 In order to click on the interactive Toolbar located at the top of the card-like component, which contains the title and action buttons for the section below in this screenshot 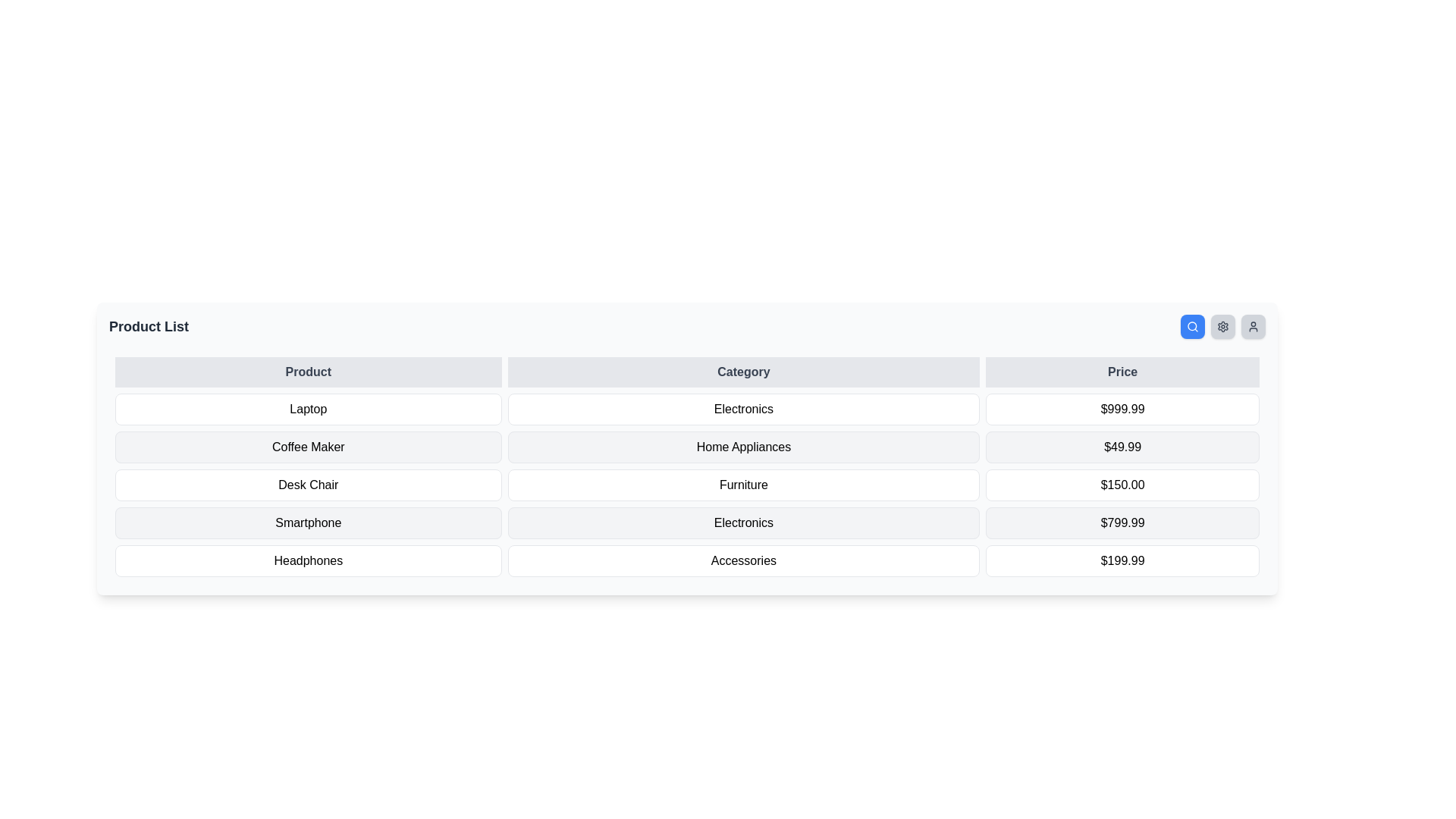, I will do `click(686, 326)`.